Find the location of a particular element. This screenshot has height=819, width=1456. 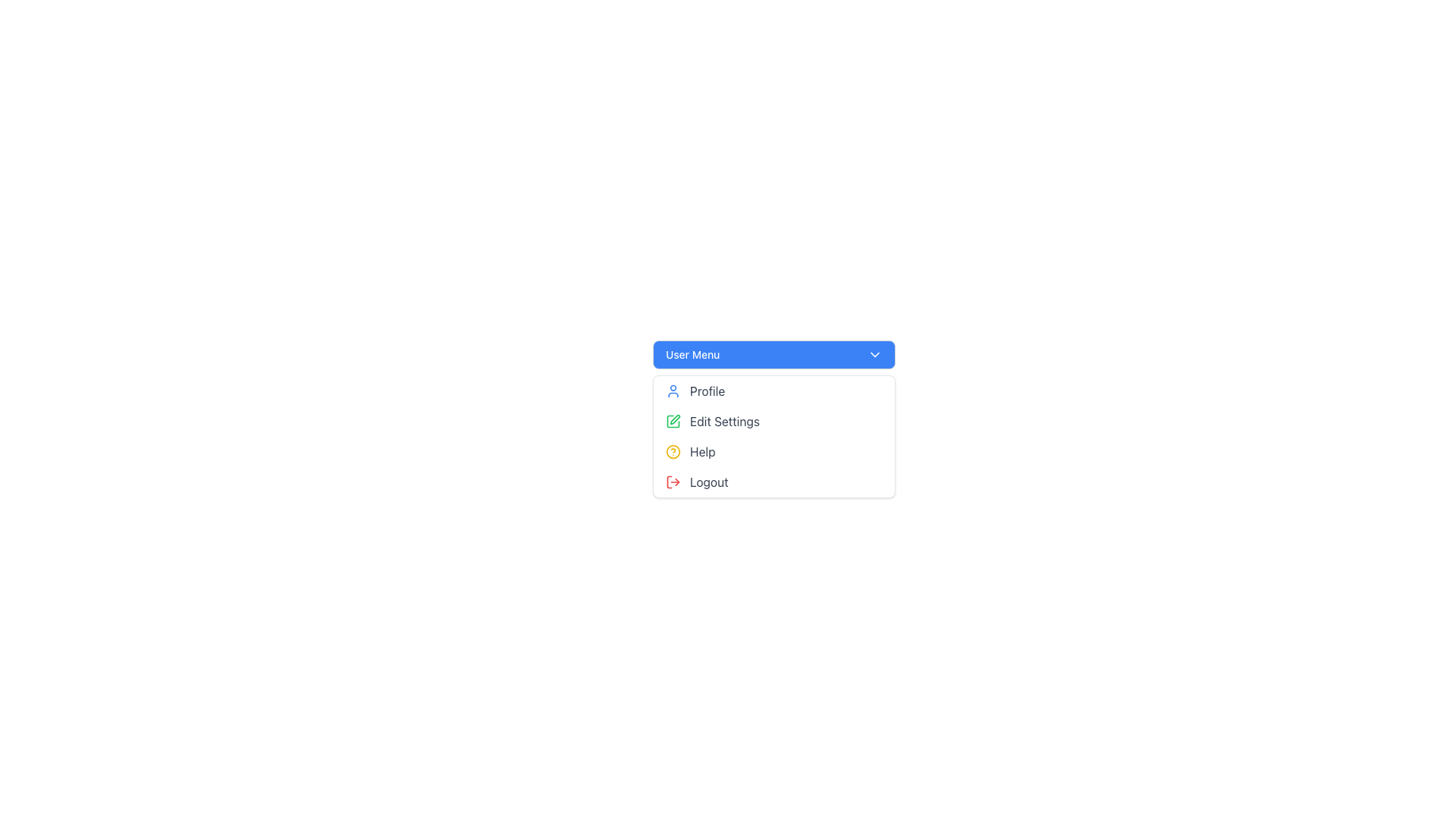

the logout button located at the bottom of the dropdown menu under the 'User Menu' section, which appears after 'Profile', 'Edit Settings', and 'Help' is located at coordinates (774, 482).